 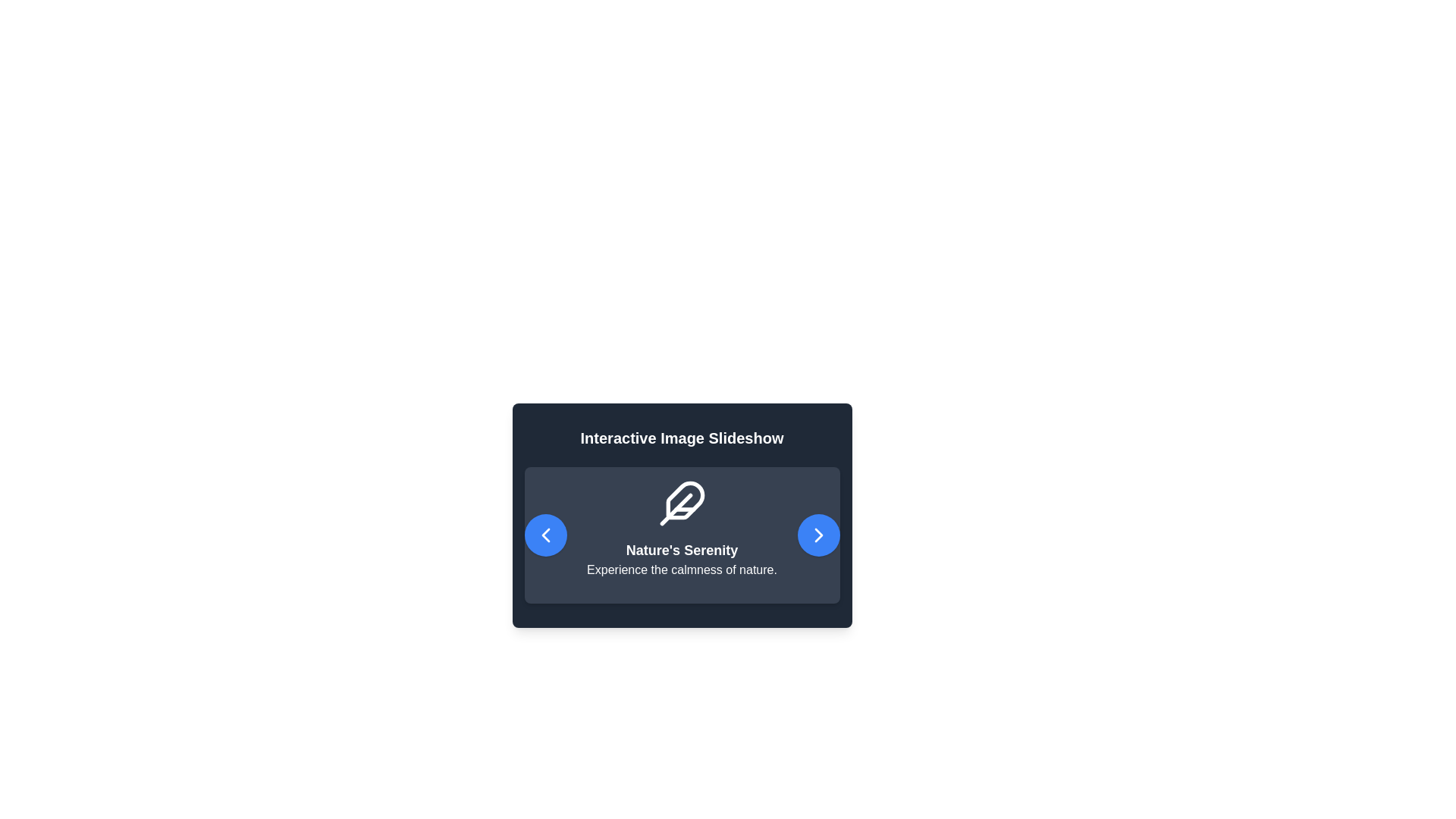 I want to click on the decorative icon (SVG element) that represents serenity and natural beauty, positioned above the text 'Nature's Serenity' in the middle of the interface section, so click(x=684, y=500).